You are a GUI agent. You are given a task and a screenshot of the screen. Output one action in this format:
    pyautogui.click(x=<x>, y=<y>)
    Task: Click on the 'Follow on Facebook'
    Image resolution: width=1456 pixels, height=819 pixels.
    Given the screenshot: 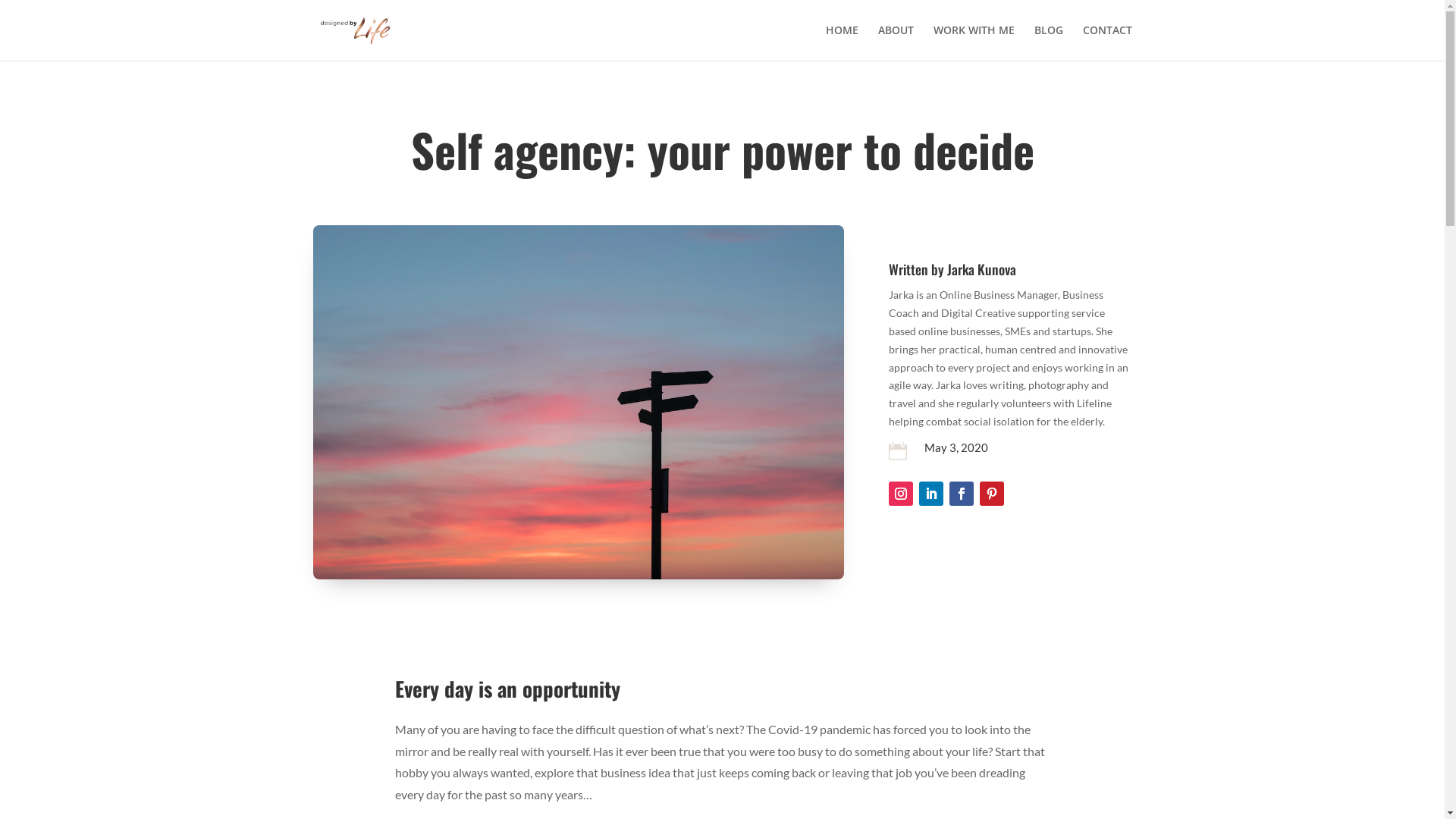 What is the action you would take?
    pyautogui.click(x=960, y=494)
    